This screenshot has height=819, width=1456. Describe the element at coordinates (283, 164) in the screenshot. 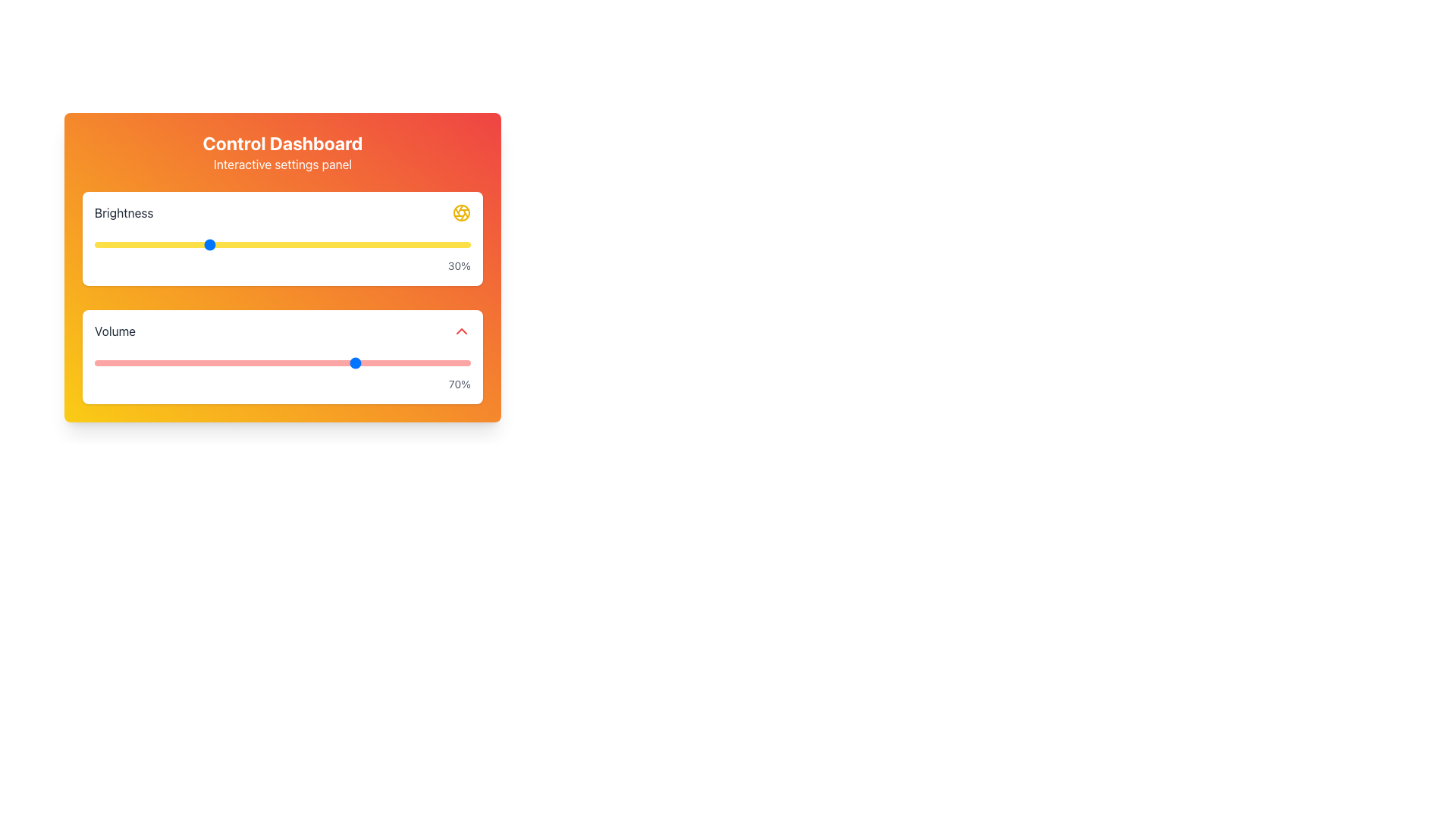

I see `text label displaying 'Interactive settings panel' located beneath the title 'Control Dashboard' in the top banner of the panel` at that location.